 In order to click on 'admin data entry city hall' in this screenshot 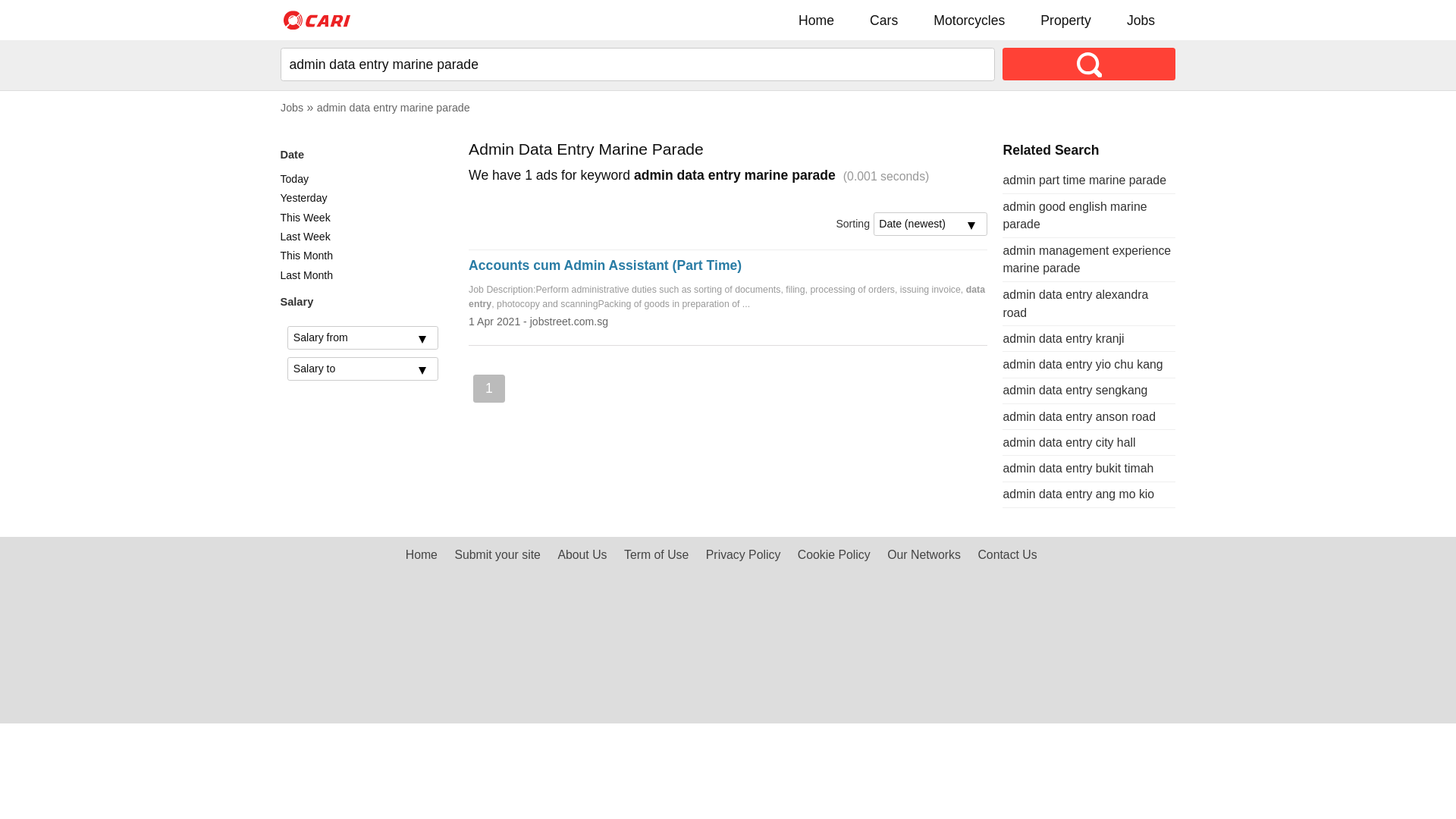, I will do `click(1002, 442)`.